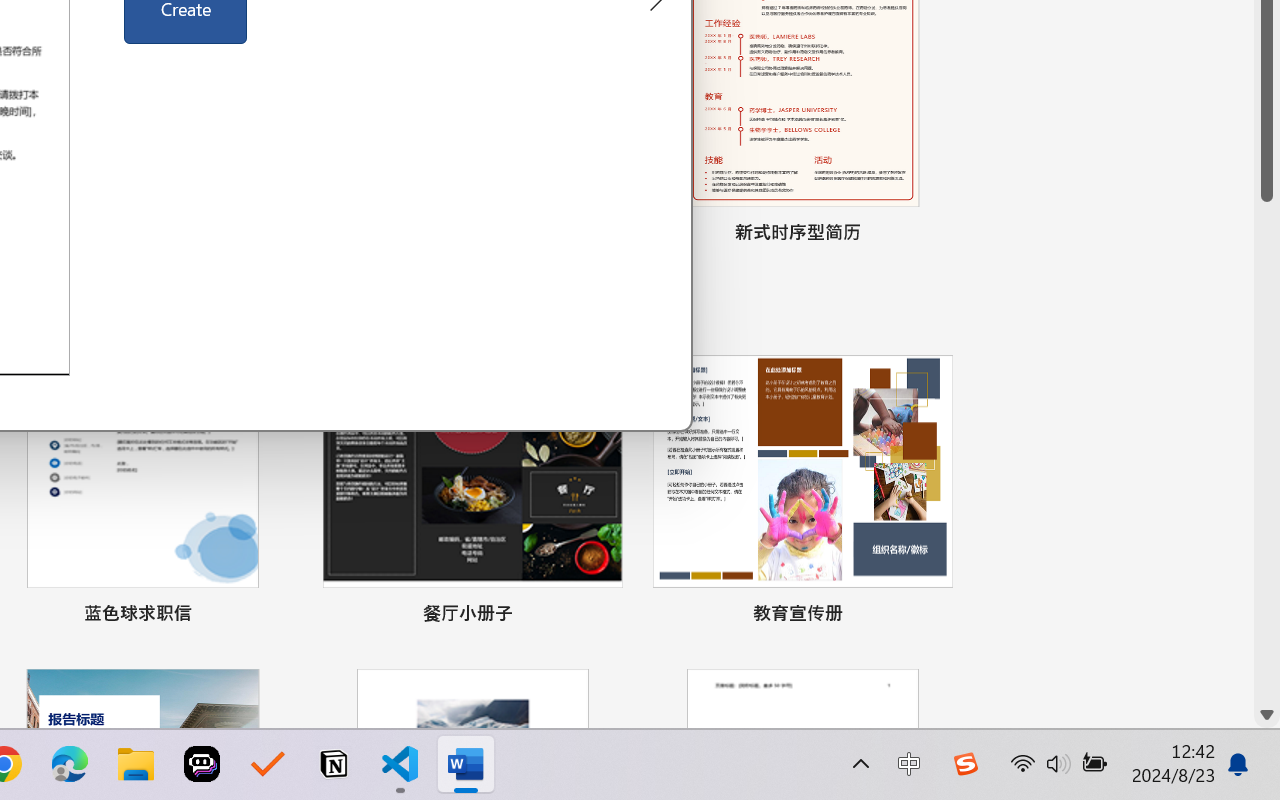  Describe the element at coordinates (1266, 450) in the screenshot. I see `'Page down'` at that location.